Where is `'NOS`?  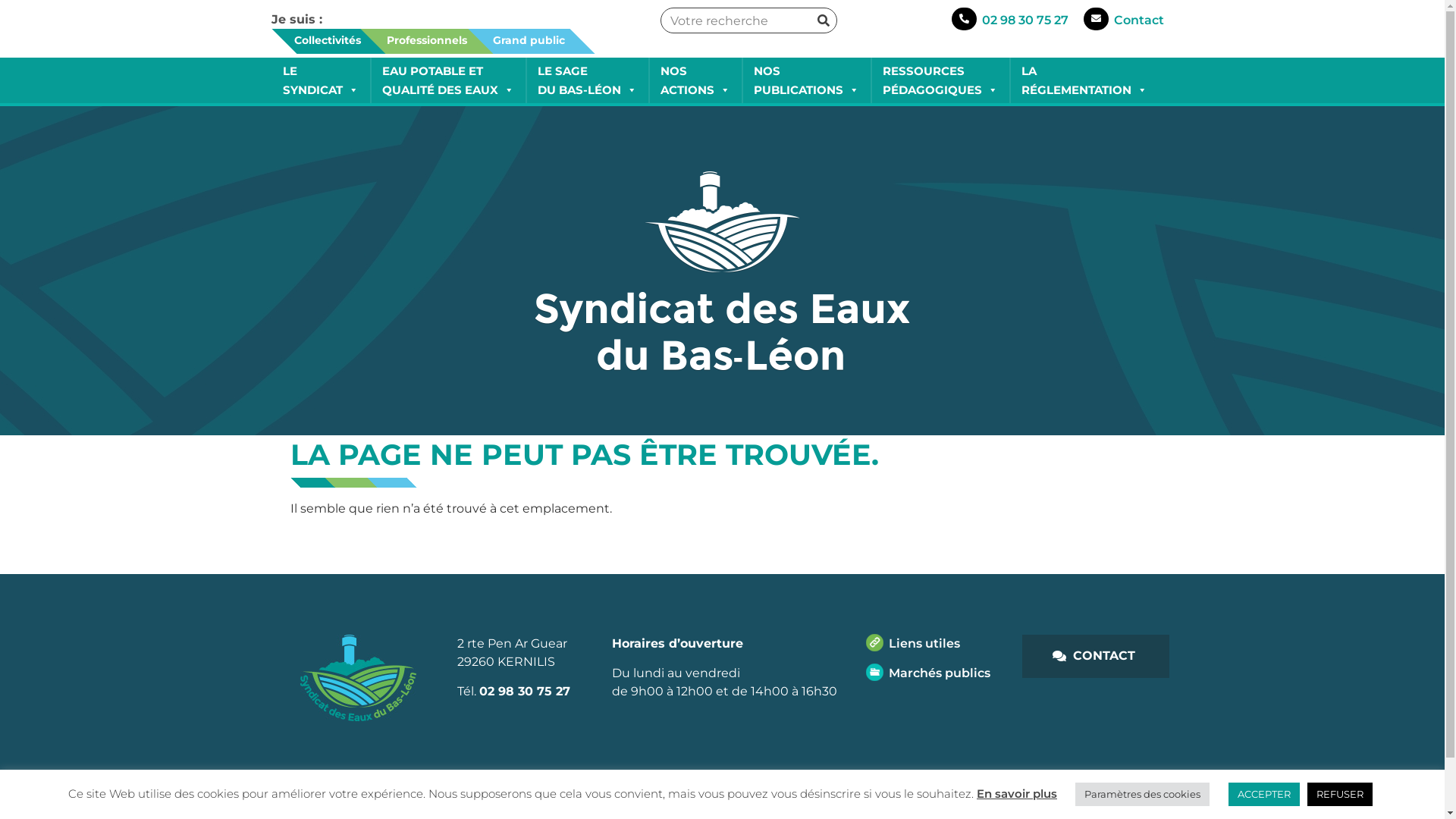
'NOS is located at coordinates (694, 80).